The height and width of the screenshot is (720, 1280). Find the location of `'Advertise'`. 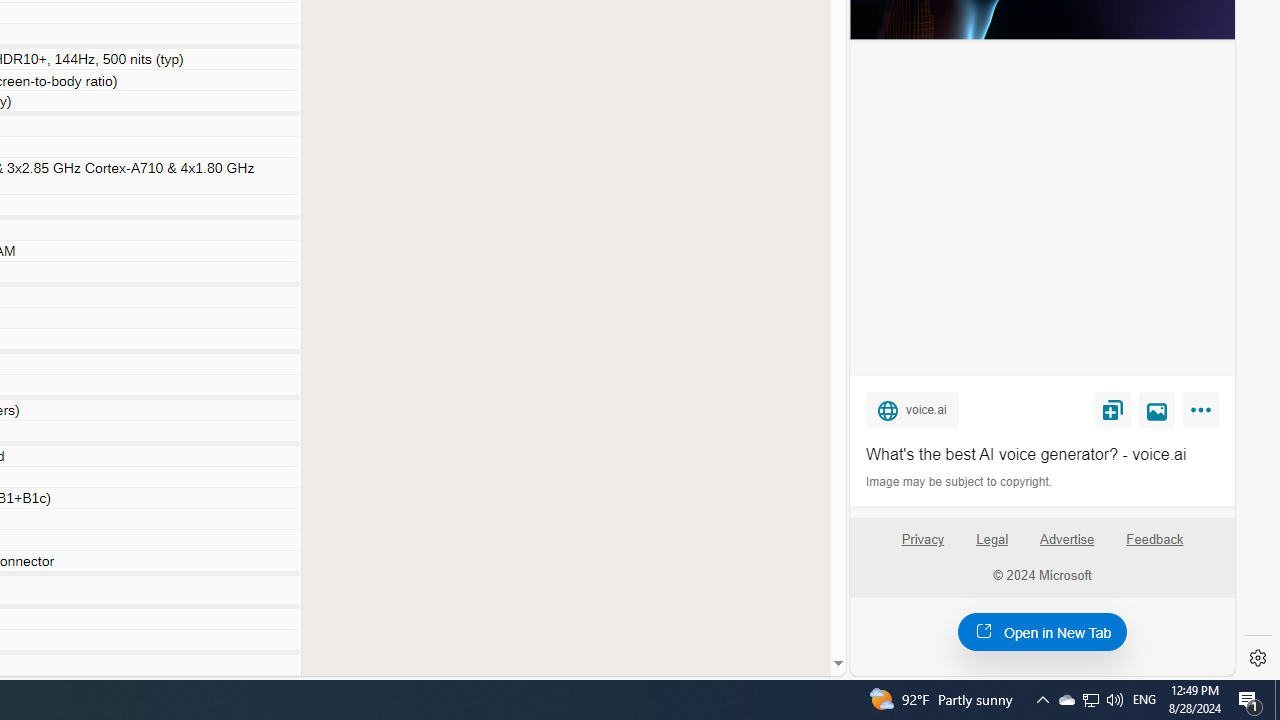

'Advertise' is located at coordinates (1065, 538).